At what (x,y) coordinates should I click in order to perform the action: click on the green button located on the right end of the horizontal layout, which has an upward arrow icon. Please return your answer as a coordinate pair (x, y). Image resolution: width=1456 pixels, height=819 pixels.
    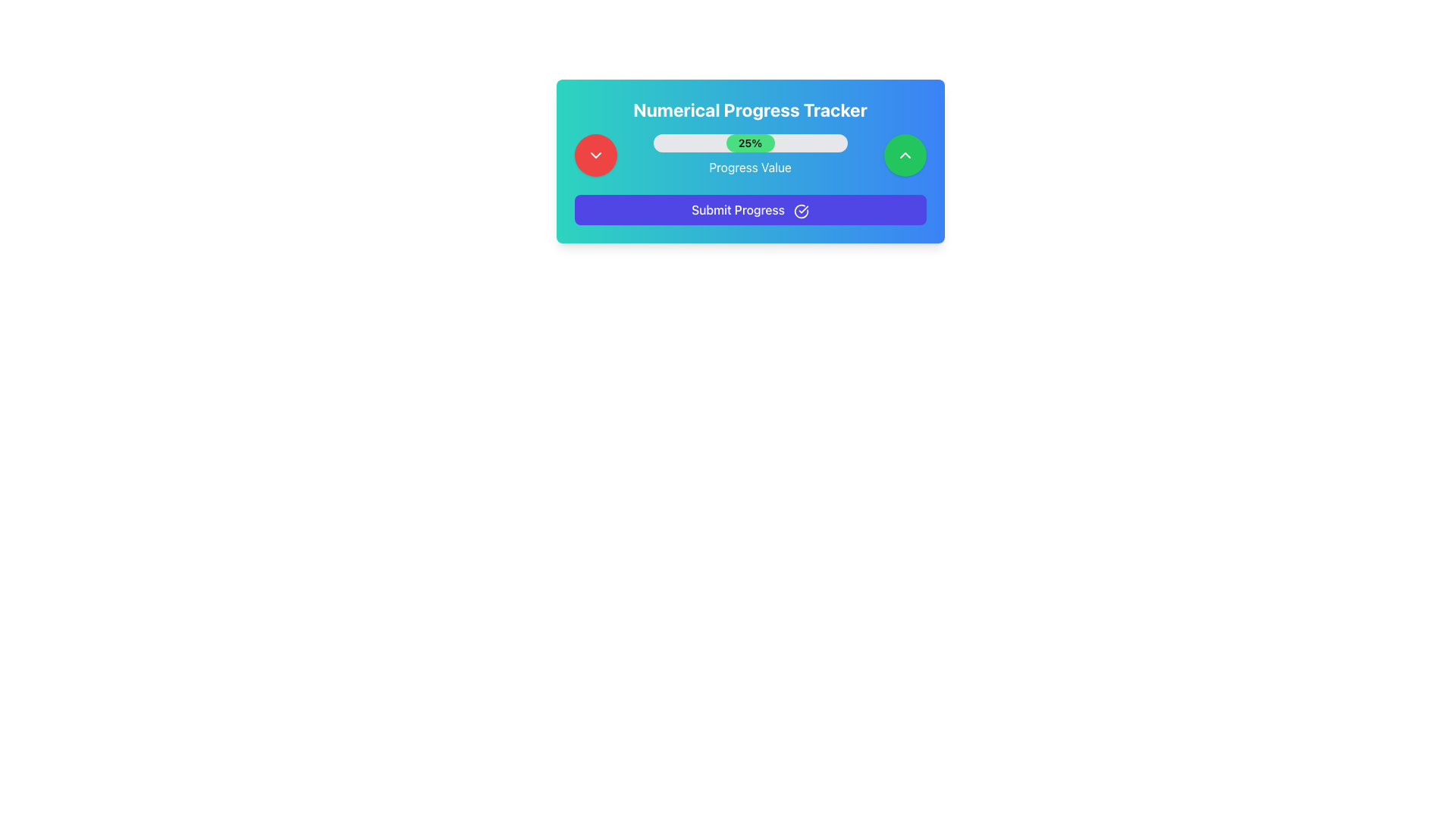
    Looking at the image, I should click on (905, 155).